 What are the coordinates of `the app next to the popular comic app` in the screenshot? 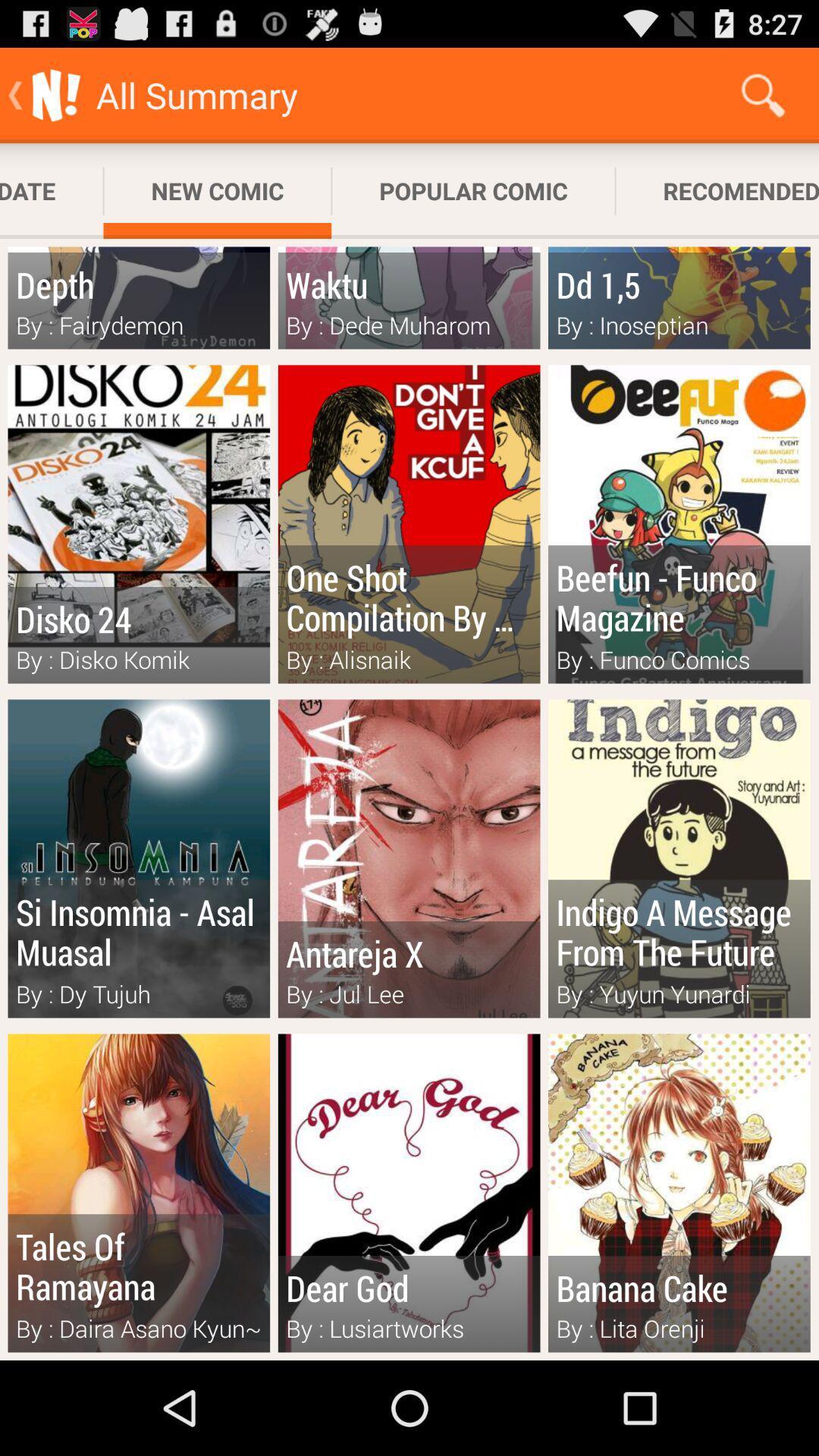 It's located at (217, 190).